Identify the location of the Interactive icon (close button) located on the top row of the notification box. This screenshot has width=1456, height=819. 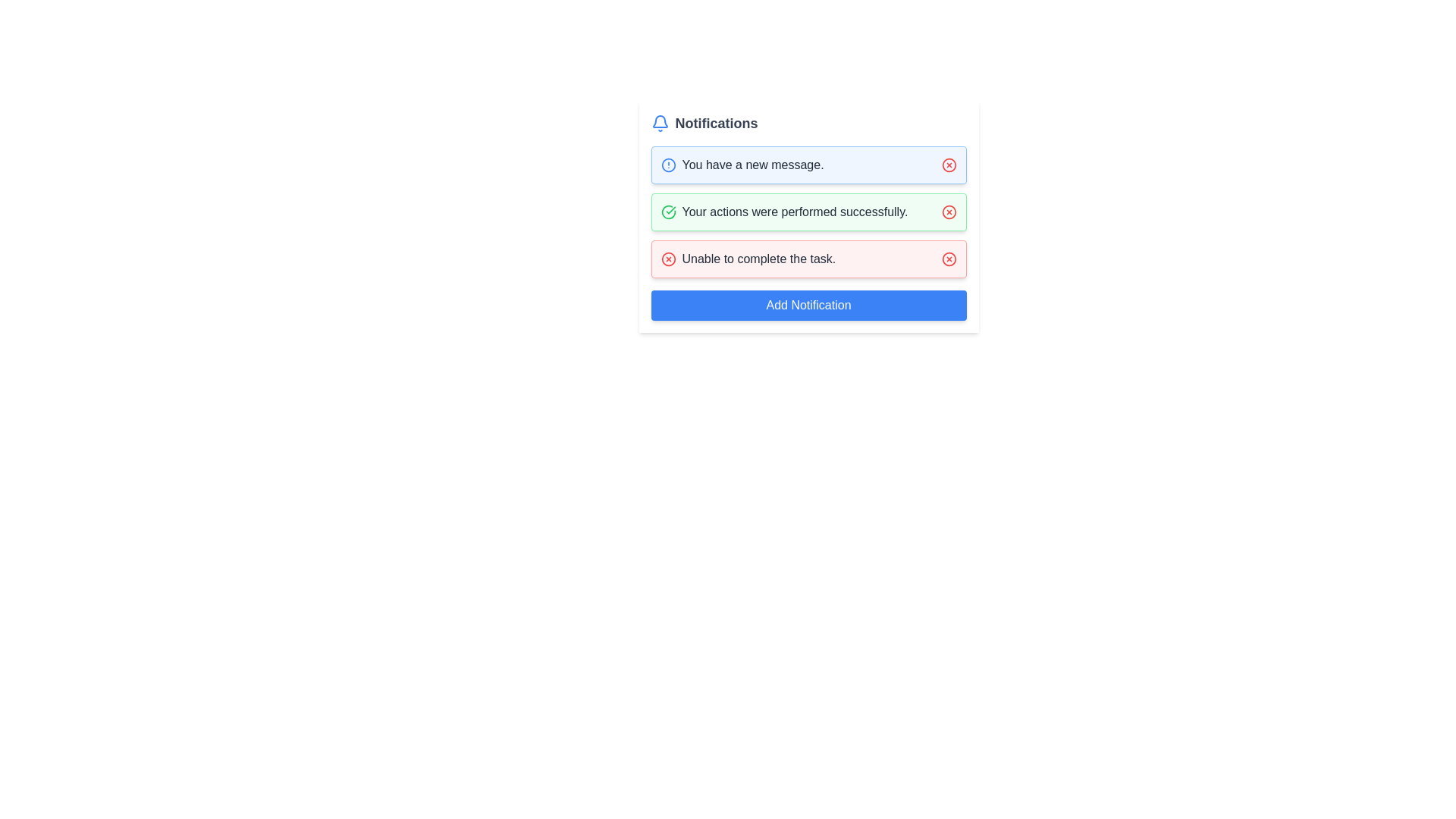
(948, 165).